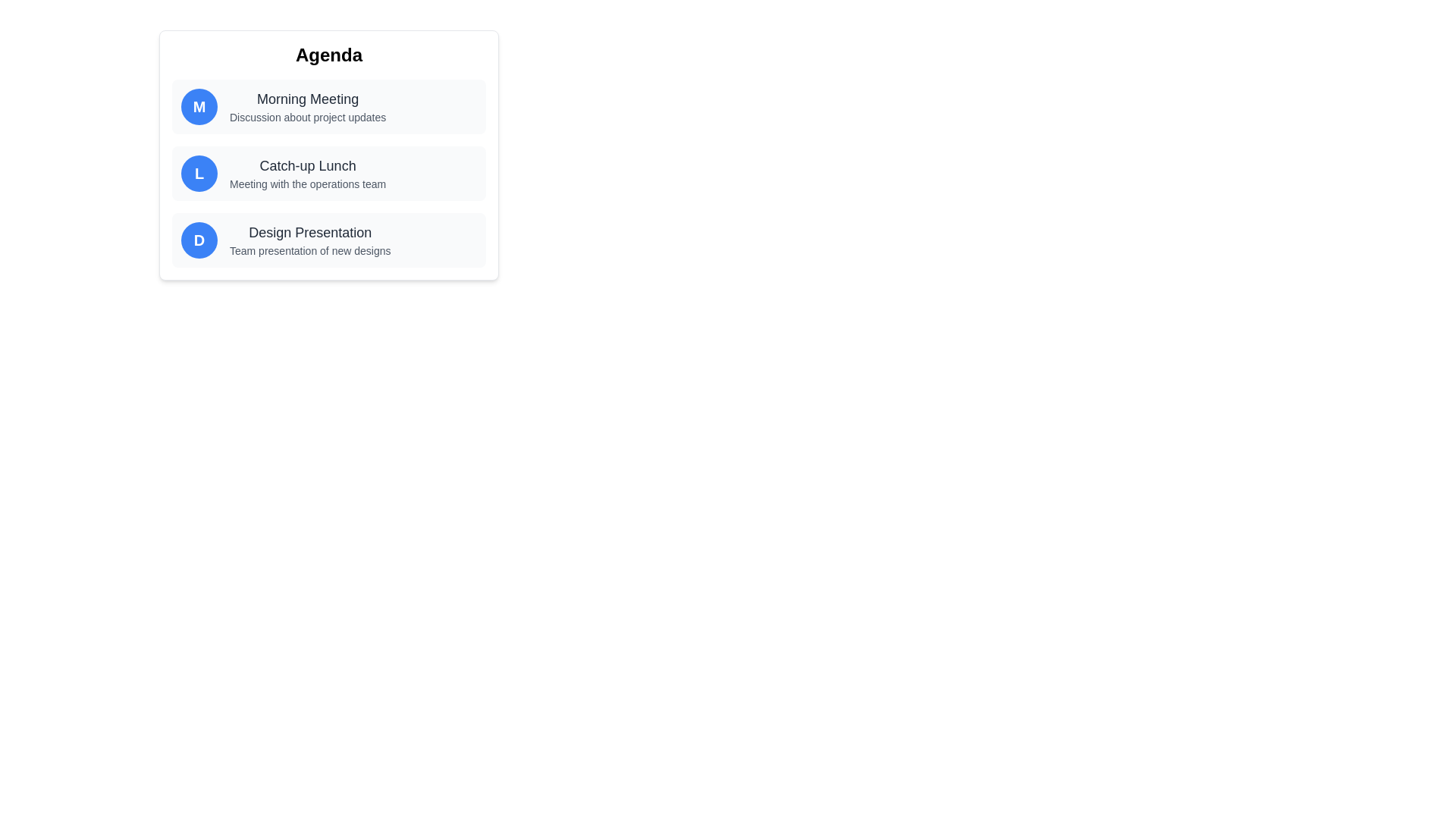  Describe the element at coordinates (307, 184) in the screenshot. I see `the text label displaying 'Meeting with the operations team', which is styled in a smaller font size and subdued gray color, positioned beneath the title 'Catch-up Lunch'` at that location.